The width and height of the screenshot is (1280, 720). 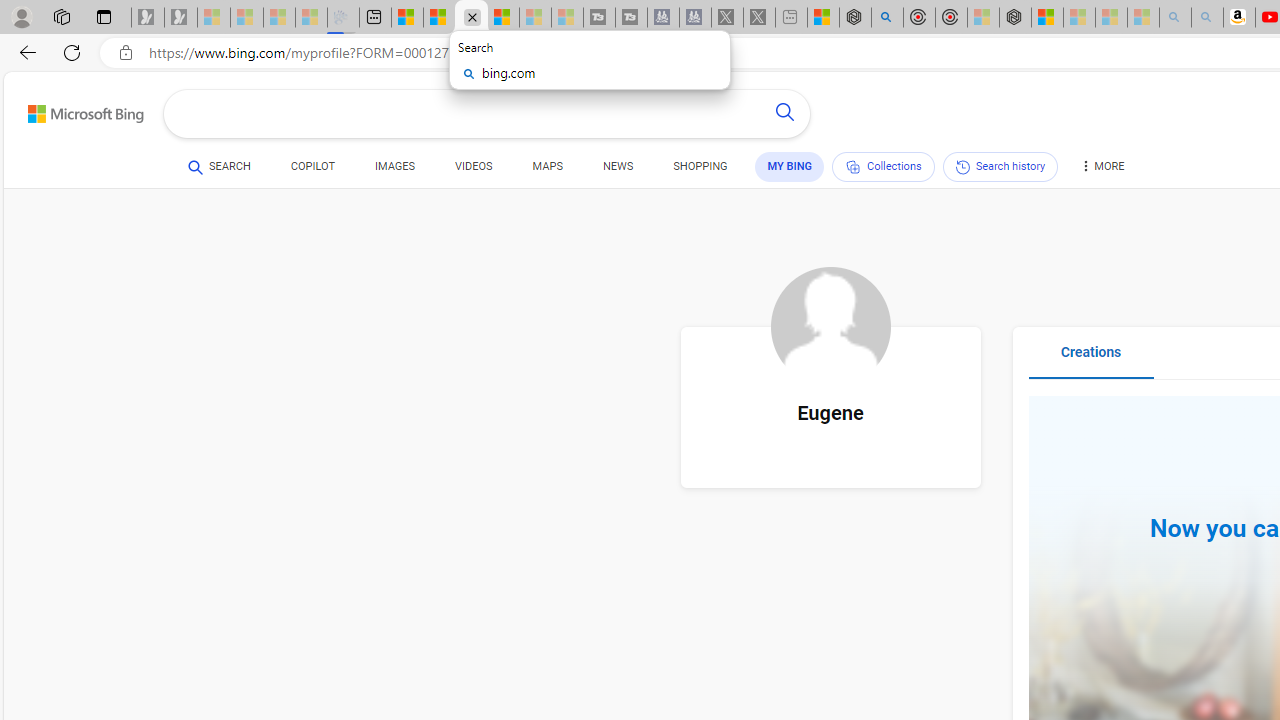 What do you see at coordinates (1090, 360) in the screenshot?
I see `'Creations'` at bounding box center [1090, 360].